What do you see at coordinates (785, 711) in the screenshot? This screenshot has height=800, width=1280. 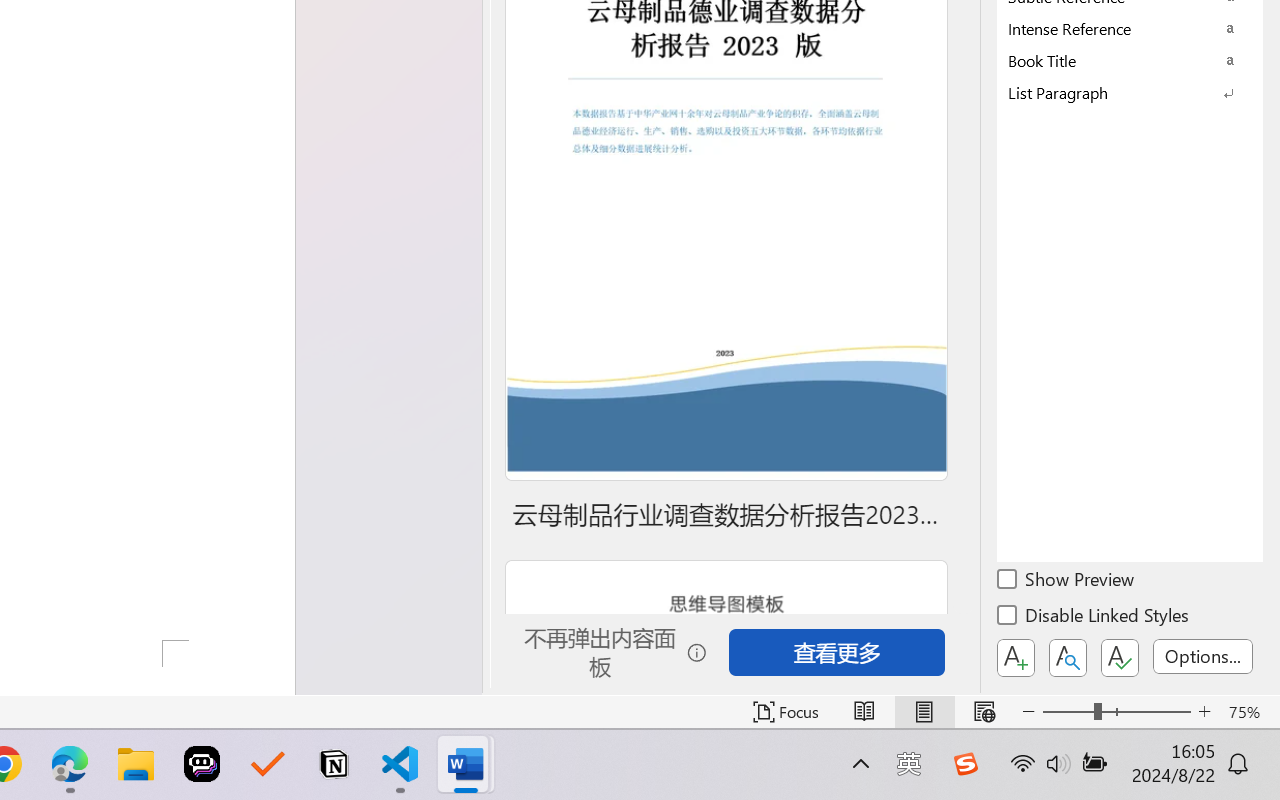 I see `'Focus '` at bounding box center [785, 711].